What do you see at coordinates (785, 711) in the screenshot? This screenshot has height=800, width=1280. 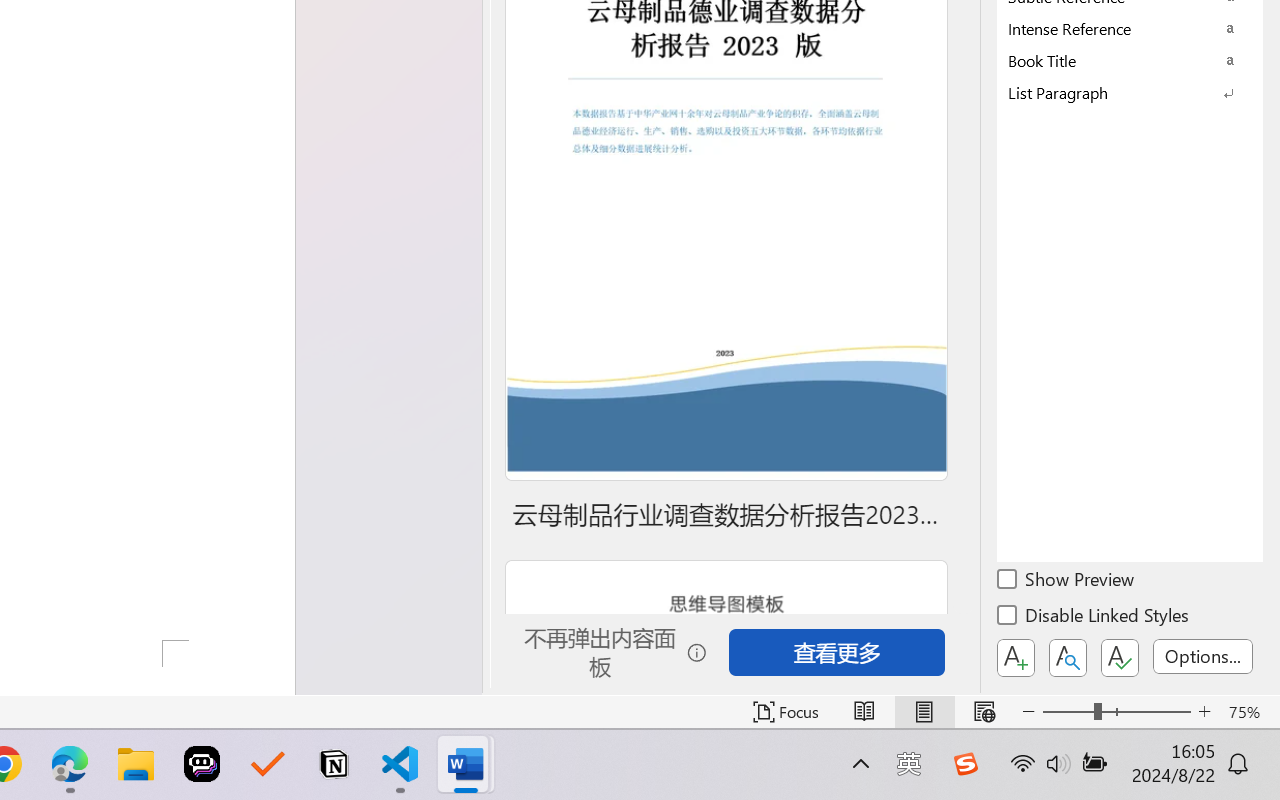 I see `'Focus '` at bounding box center [785, 711].